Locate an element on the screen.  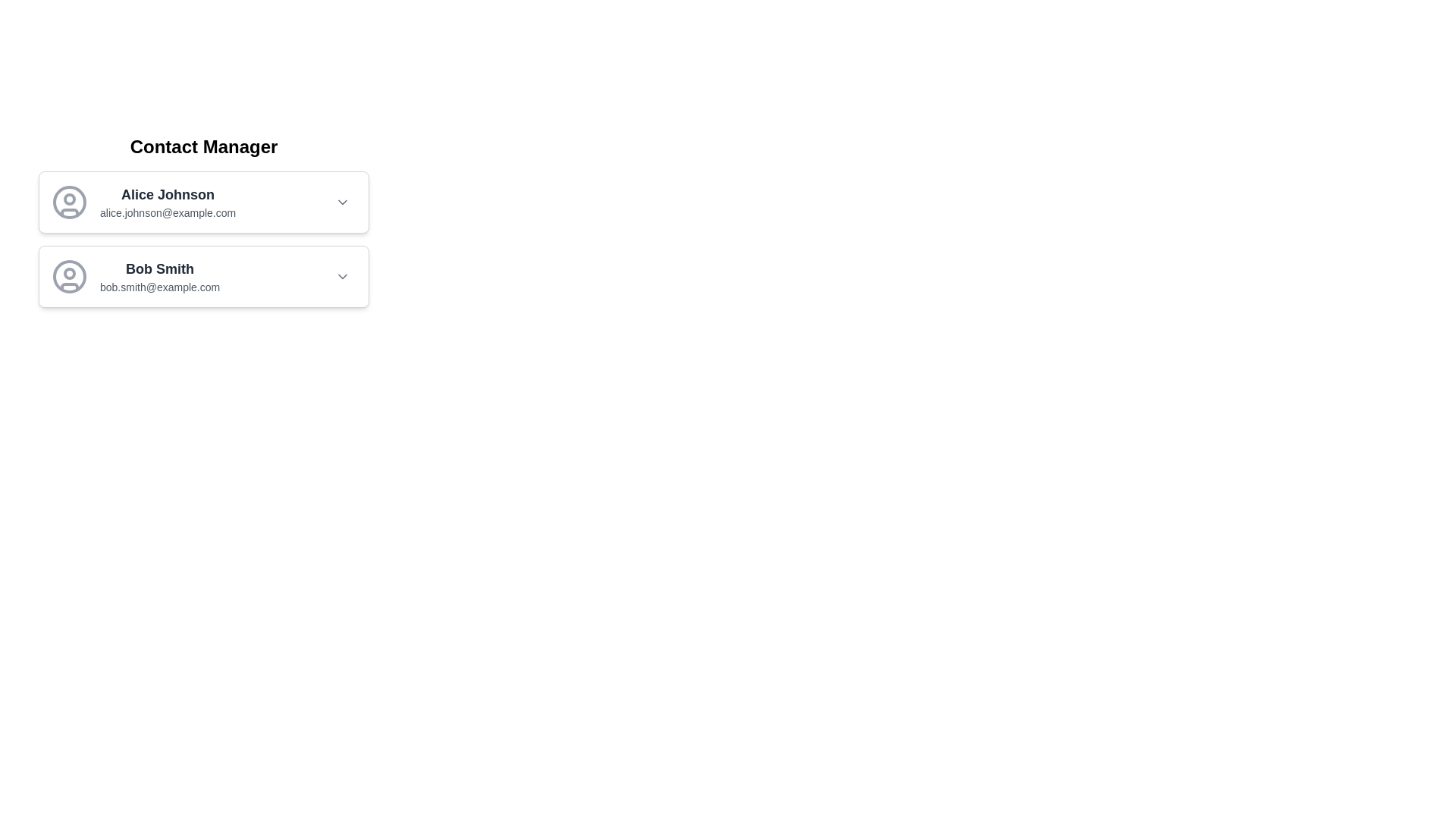
the circular button icon adjacent to 'Alice Johnson' to check its visual feedback is located at coordinates (341, 201).